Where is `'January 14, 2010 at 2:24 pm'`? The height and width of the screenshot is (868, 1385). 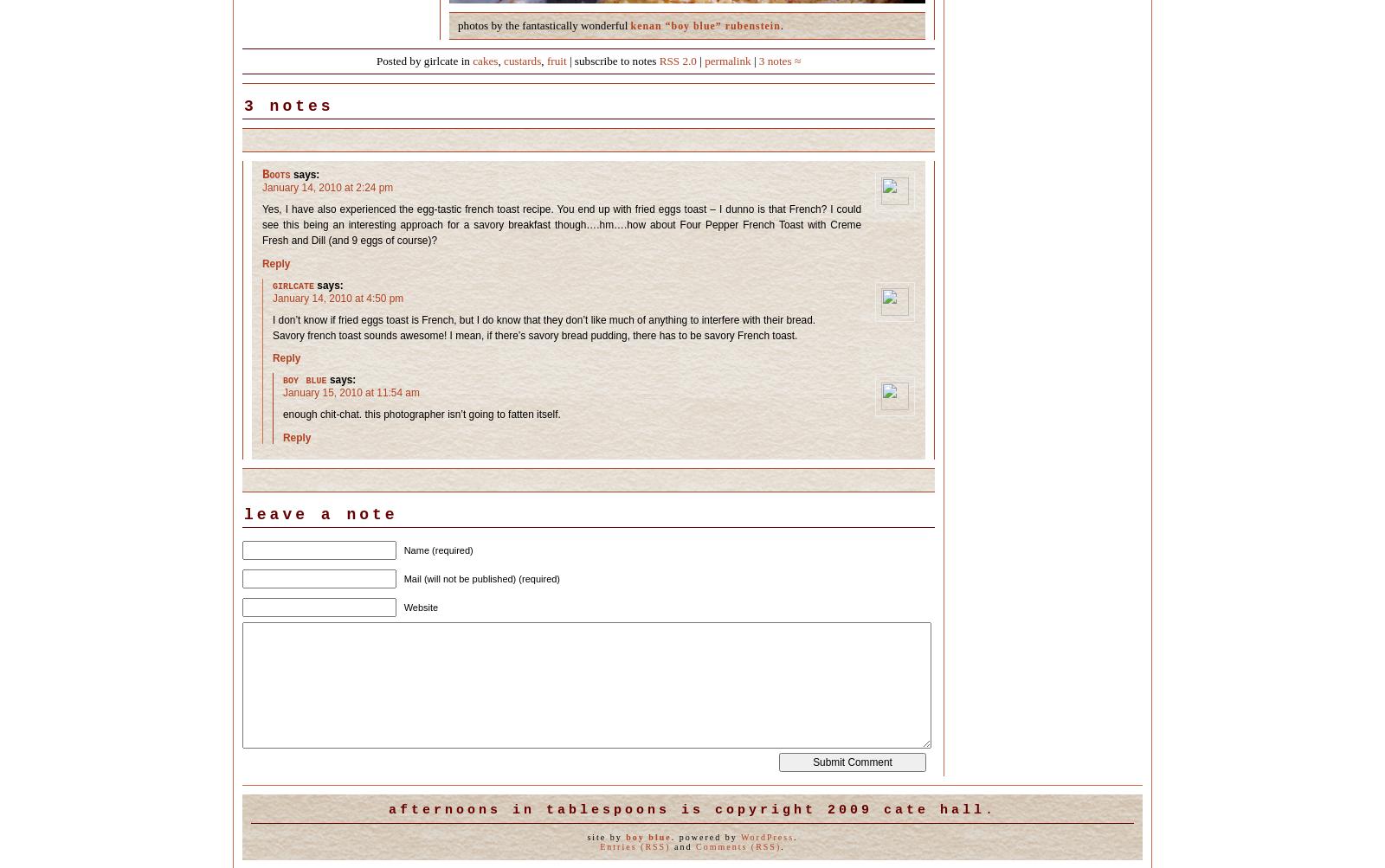
'January 14, 2010 at 2:24 pm' is located at coordinates (262, 188).